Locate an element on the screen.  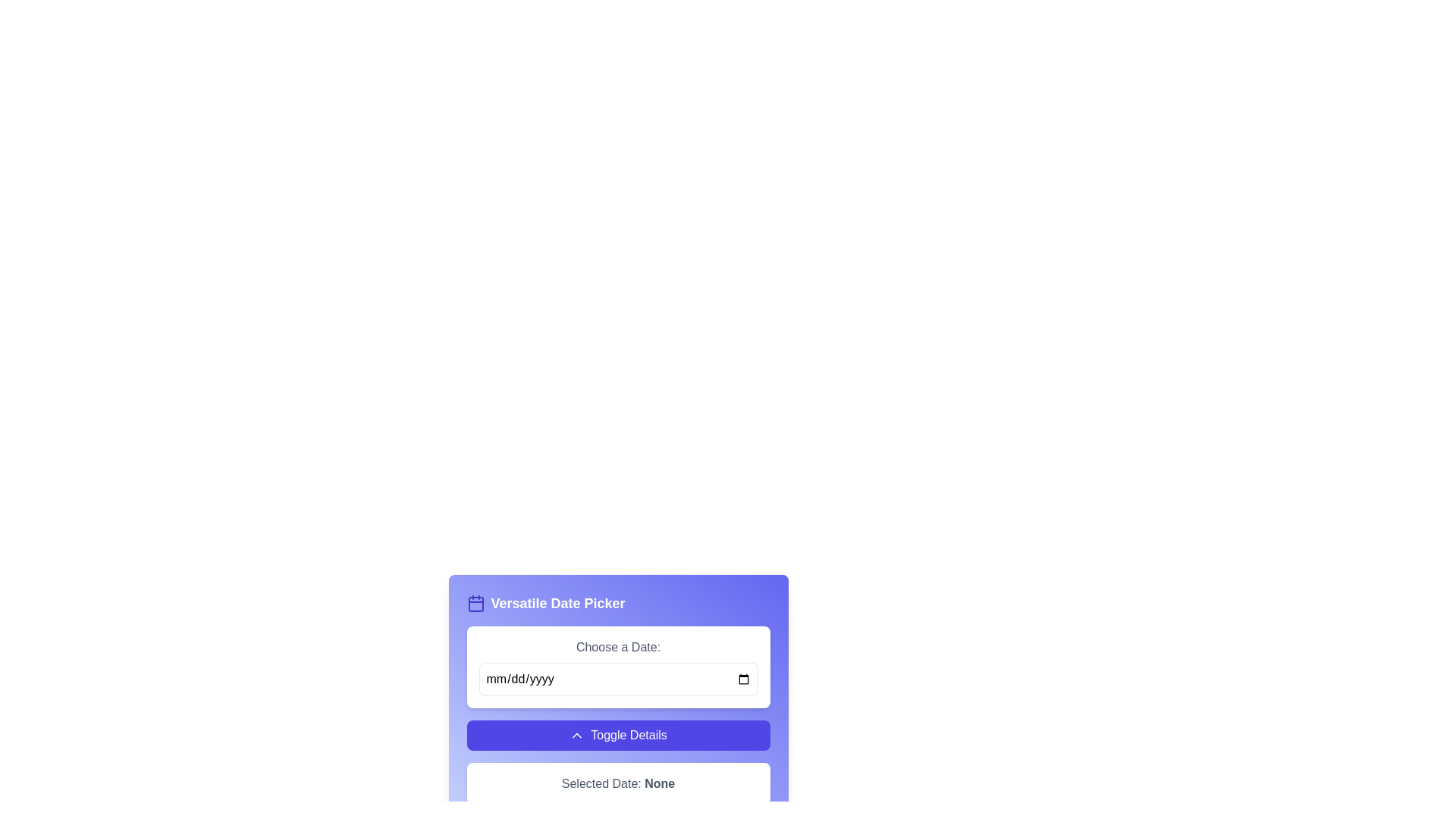
the upward-pointing chevron icon located within the 'Toggle Details' button is located at coordinates (576, 734).